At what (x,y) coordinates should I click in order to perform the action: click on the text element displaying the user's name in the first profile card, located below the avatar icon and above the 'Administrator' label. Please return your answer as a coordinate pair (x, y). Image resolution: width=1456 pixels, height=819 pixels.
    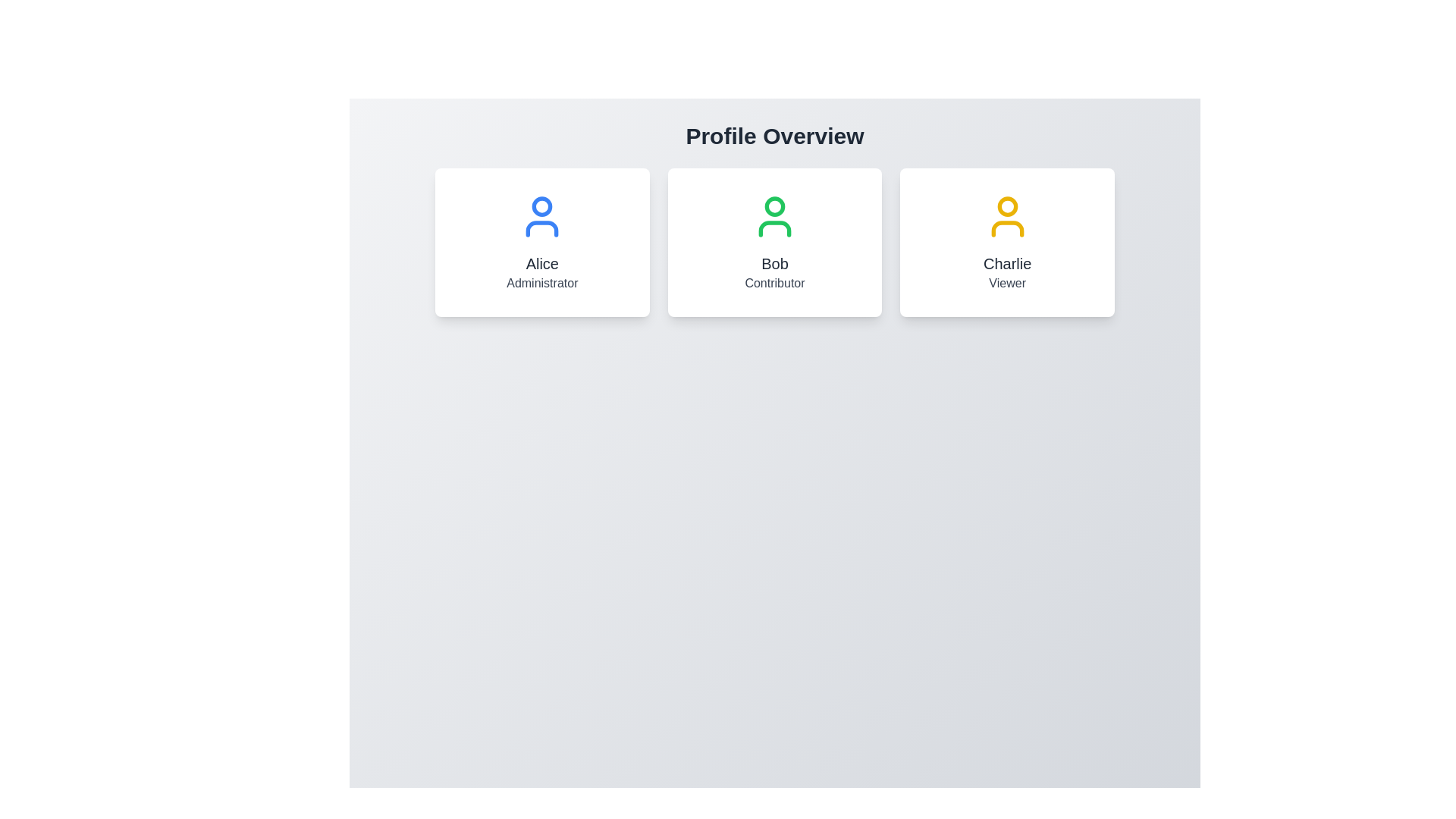
    Looking at the image, I should click on (542, 262).